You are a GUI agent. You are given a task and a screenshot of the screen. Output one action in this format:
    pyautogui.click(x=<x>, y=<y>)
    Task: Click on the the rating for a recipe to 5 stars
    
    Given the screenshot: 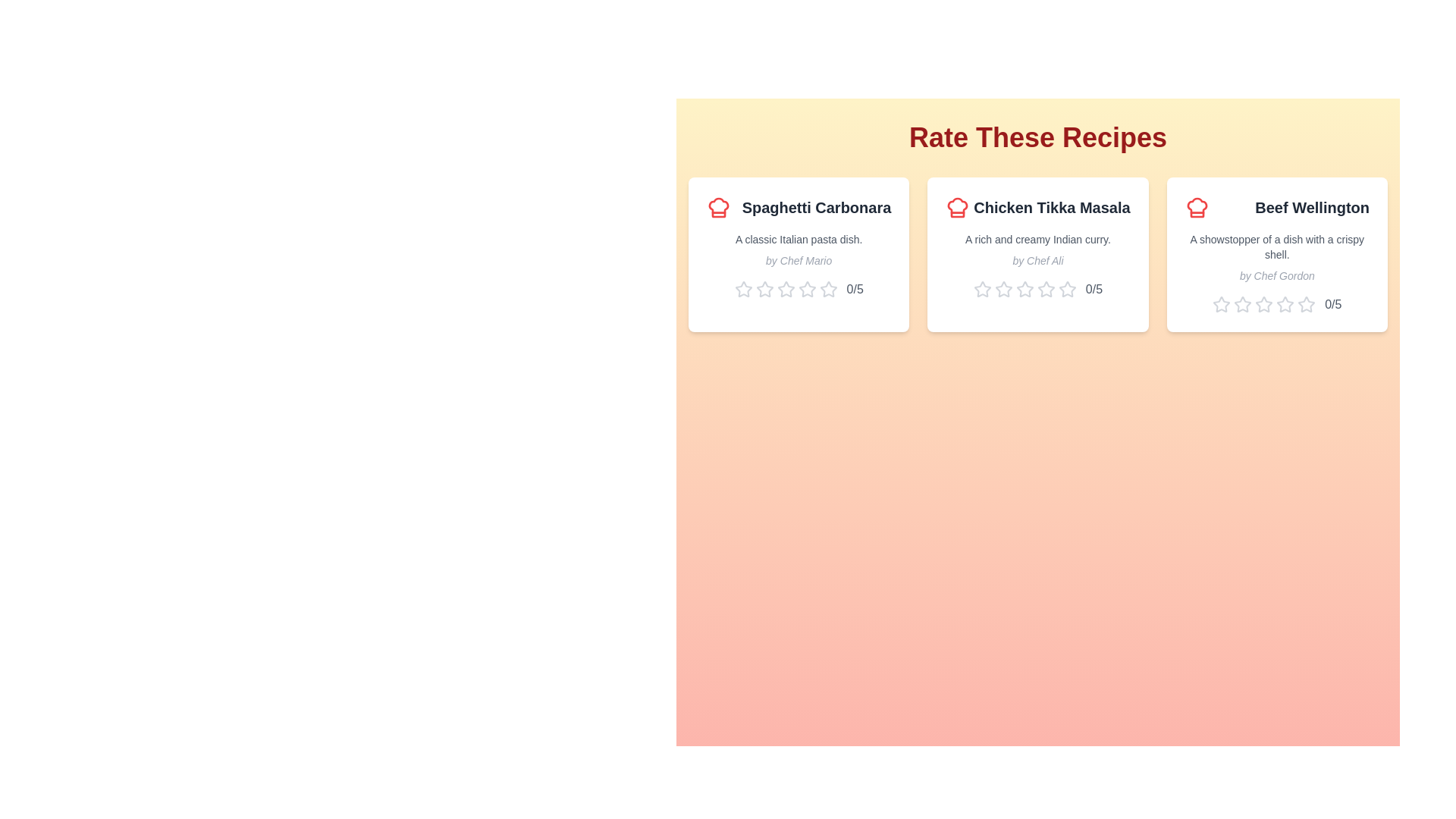 What is the action you would take?
    pyautogui.click(x=827, y=289)
    